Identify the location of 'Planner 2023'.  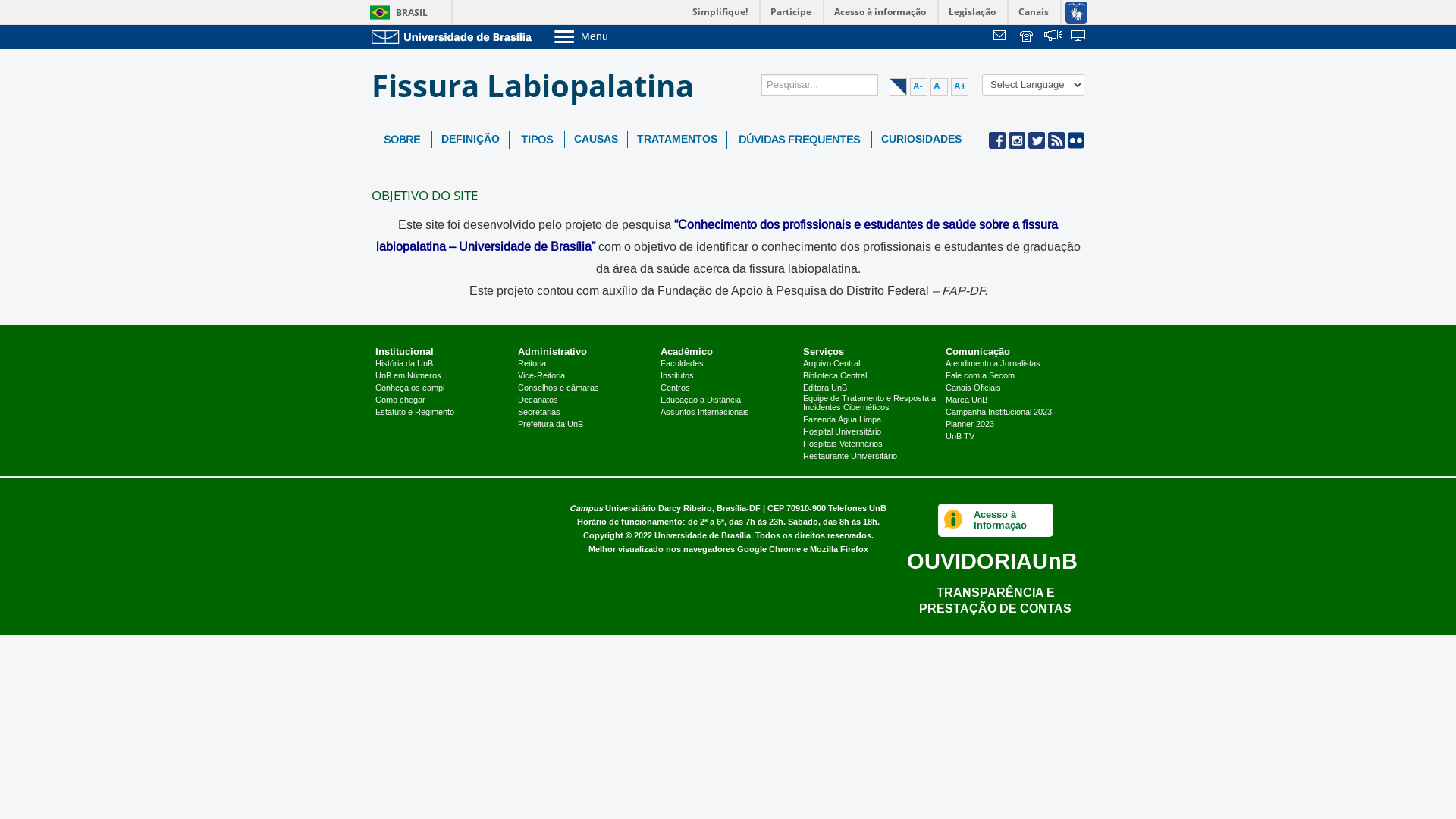
(968, 424).